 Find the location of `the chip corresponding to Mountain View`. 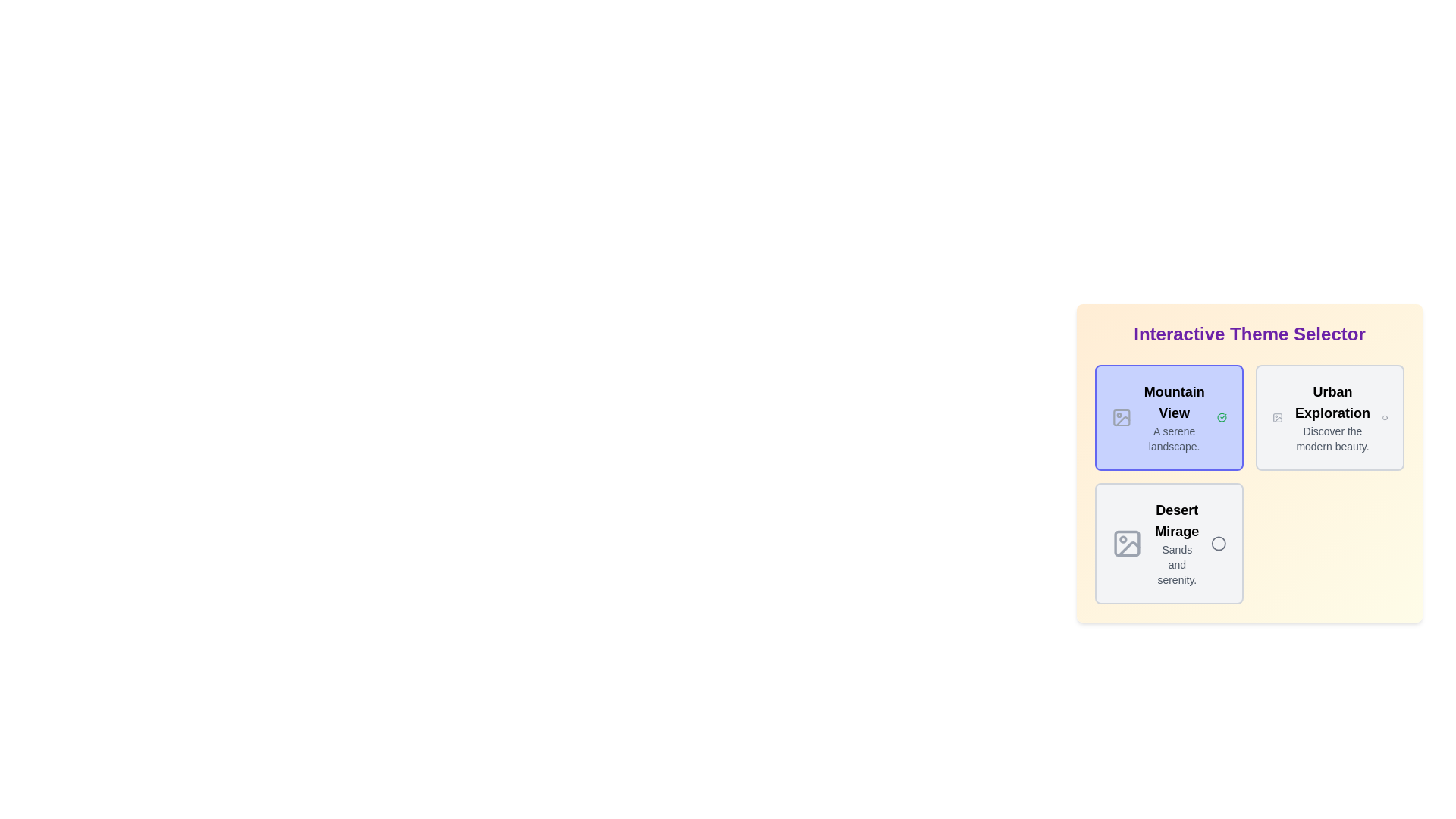

the chip corresponding to Mountain View is located at coordinates (1168, 418).